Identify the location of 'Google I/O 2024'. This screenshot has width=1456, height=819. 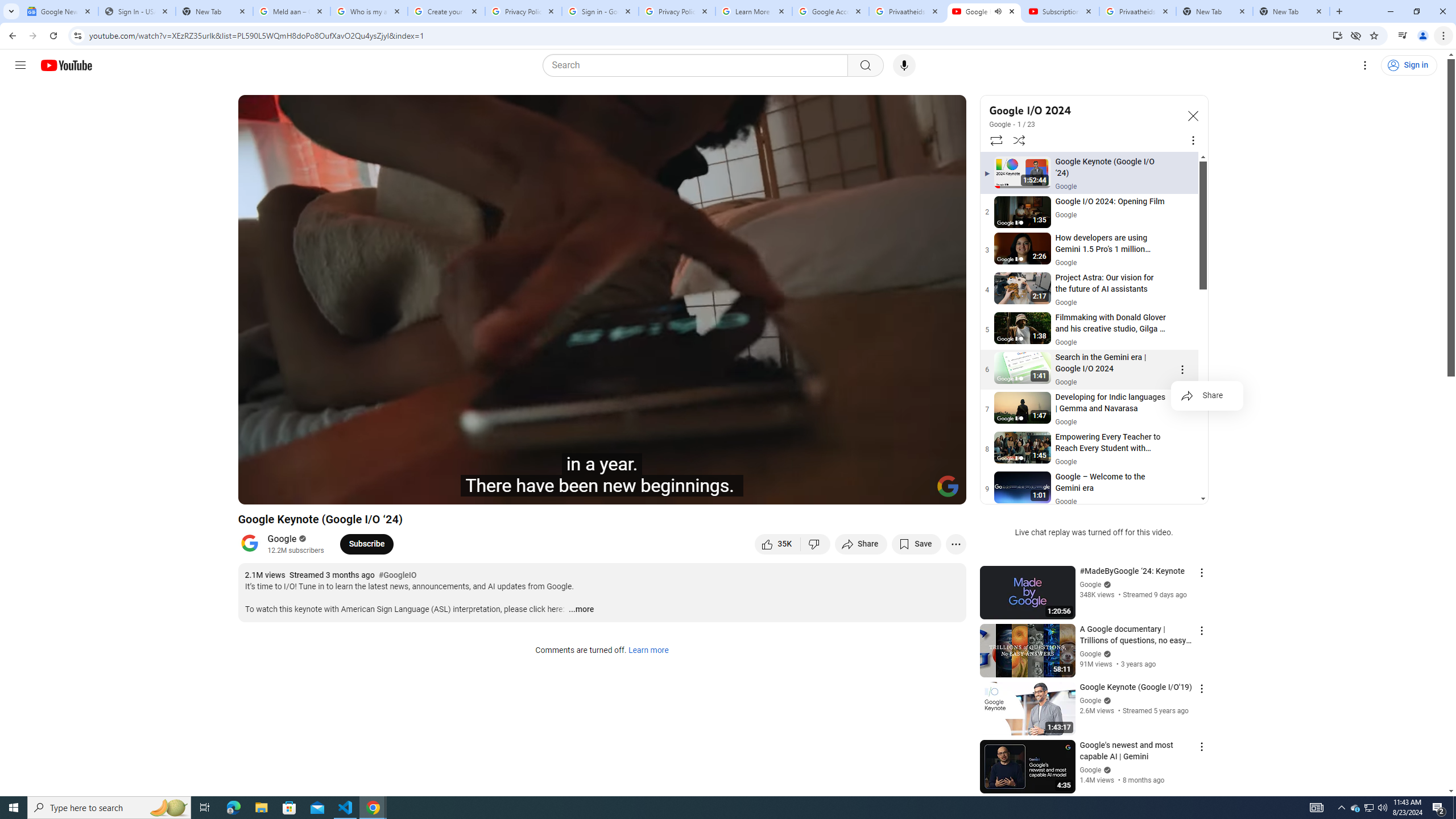
(1082, 109).